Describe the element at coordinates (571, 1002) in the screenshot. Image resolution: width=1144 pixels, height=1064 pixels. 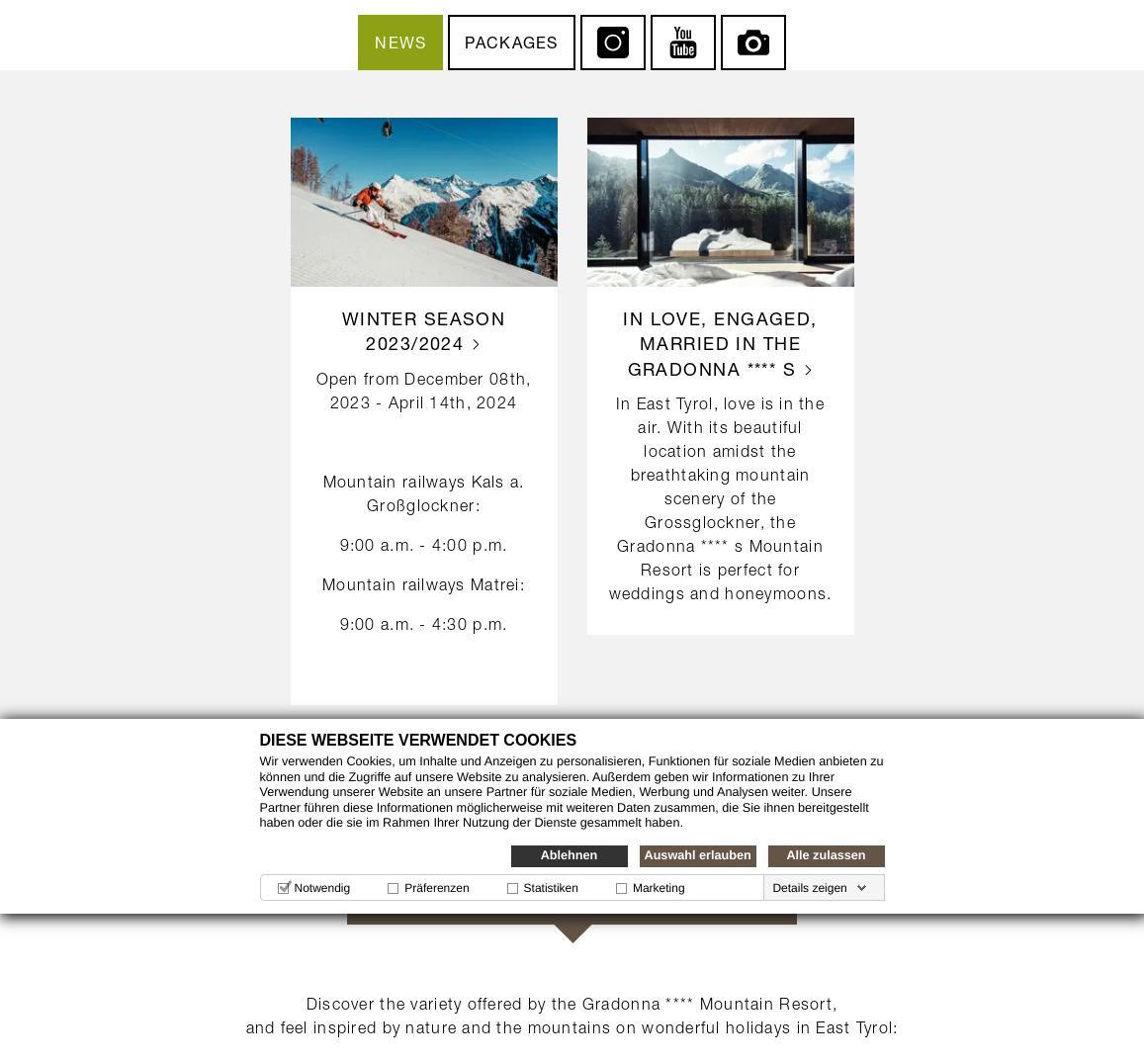
I see `'Discover the variety offered by the Gradonna **** Mountain Resort,'` at that location.